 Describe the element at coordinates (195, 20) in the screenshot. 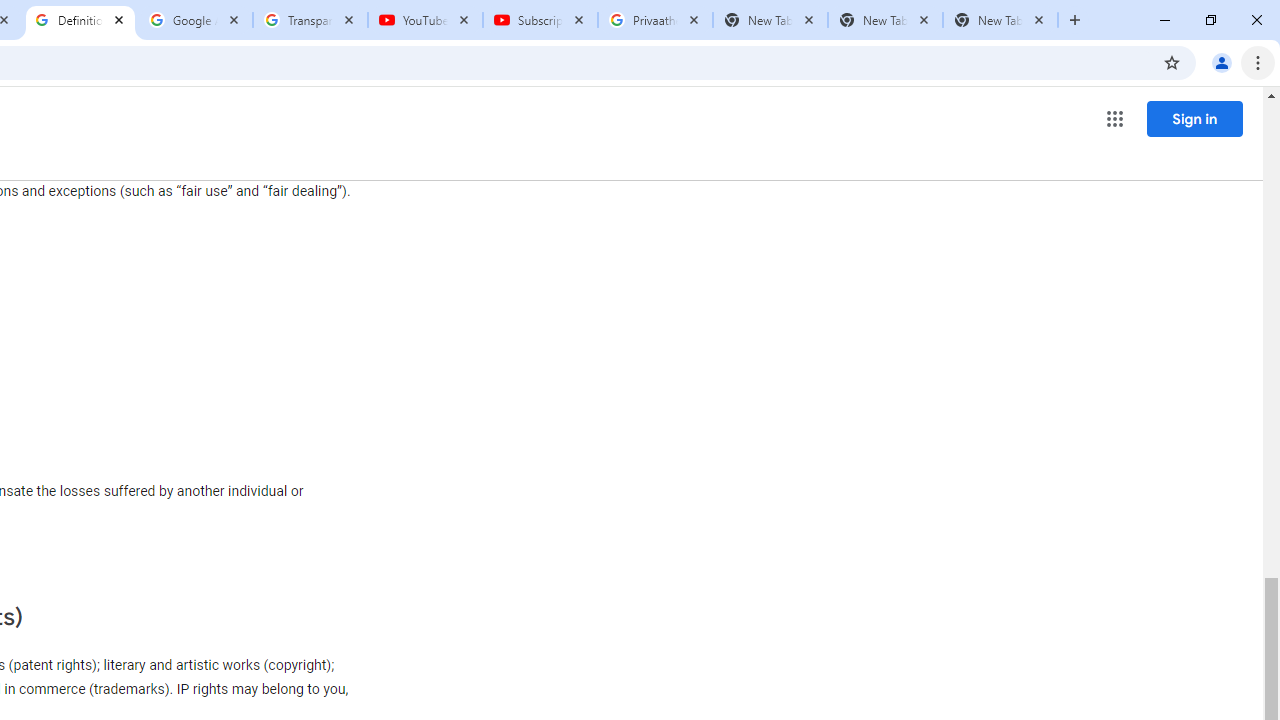

I see `'Google Account'` at that location.